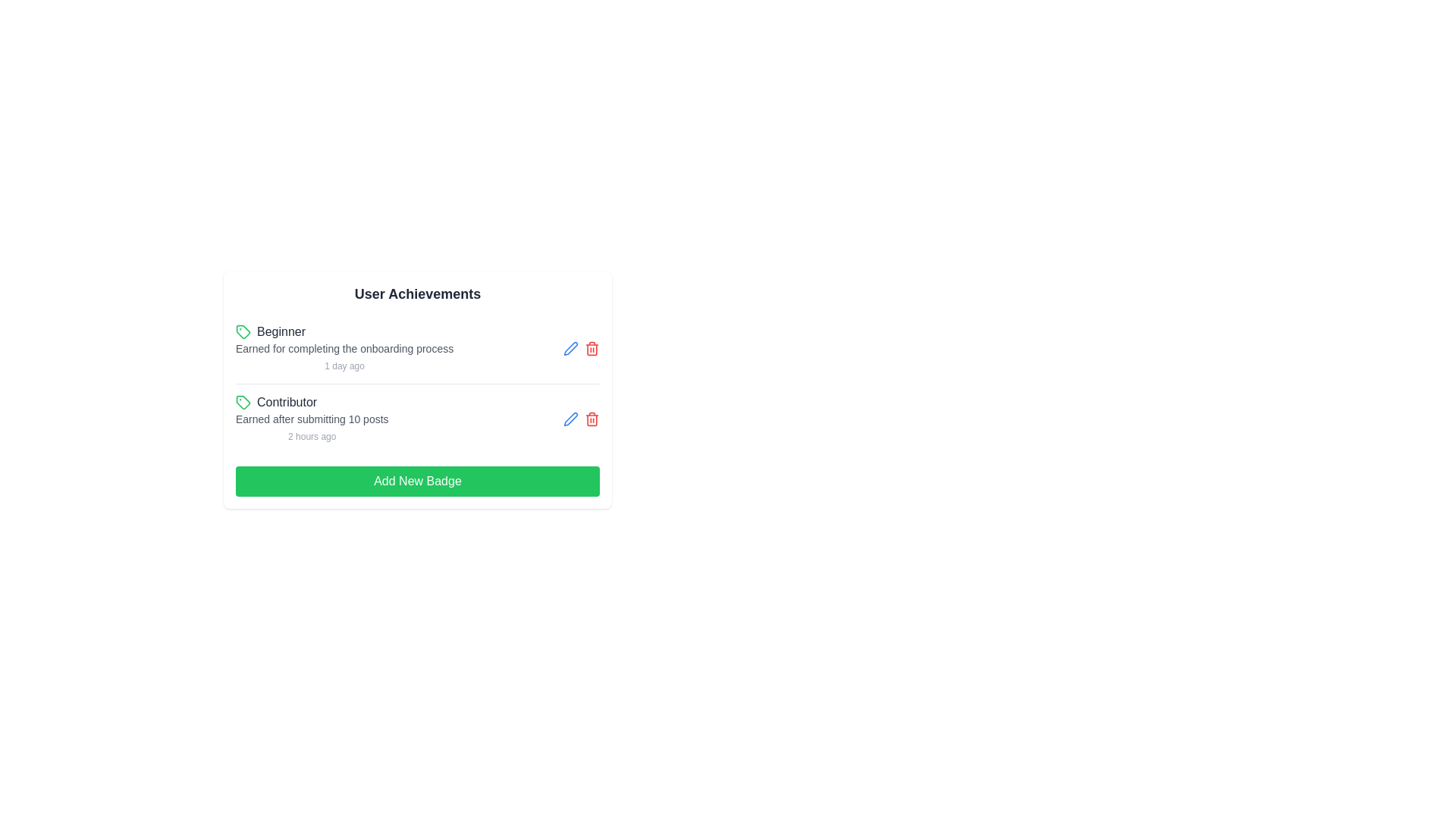  Describe the element at coordinates (243, 402) in the screenshot. I see `the 'Contributor' badge icon located on the left side of the 'Contributor' item in the achievements list` at that location.